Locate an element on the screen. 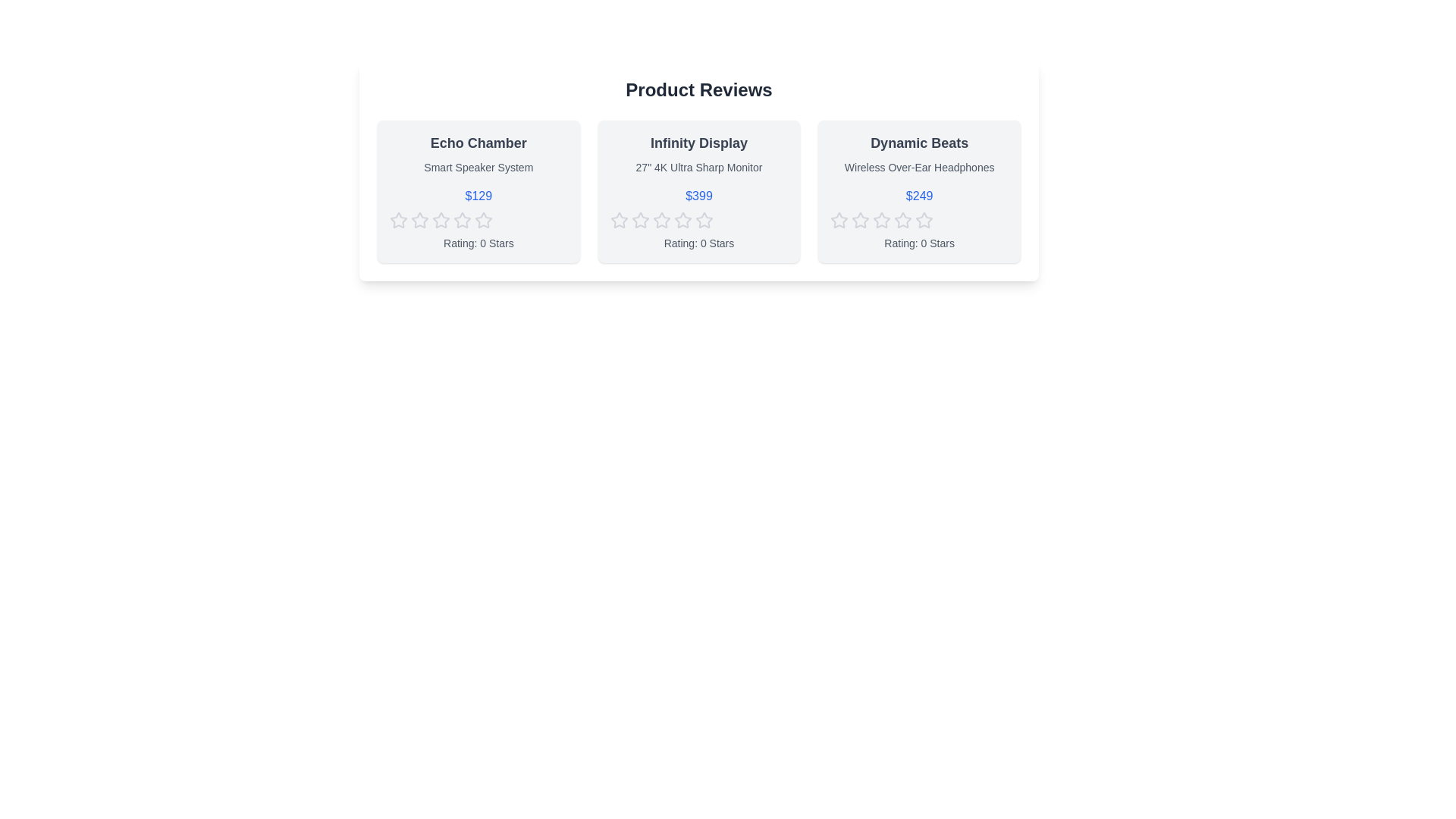  the fourth star icon in the star rating system of the 'Dynamic Beats' product card to rate the product is located at coordinates (882, 220).